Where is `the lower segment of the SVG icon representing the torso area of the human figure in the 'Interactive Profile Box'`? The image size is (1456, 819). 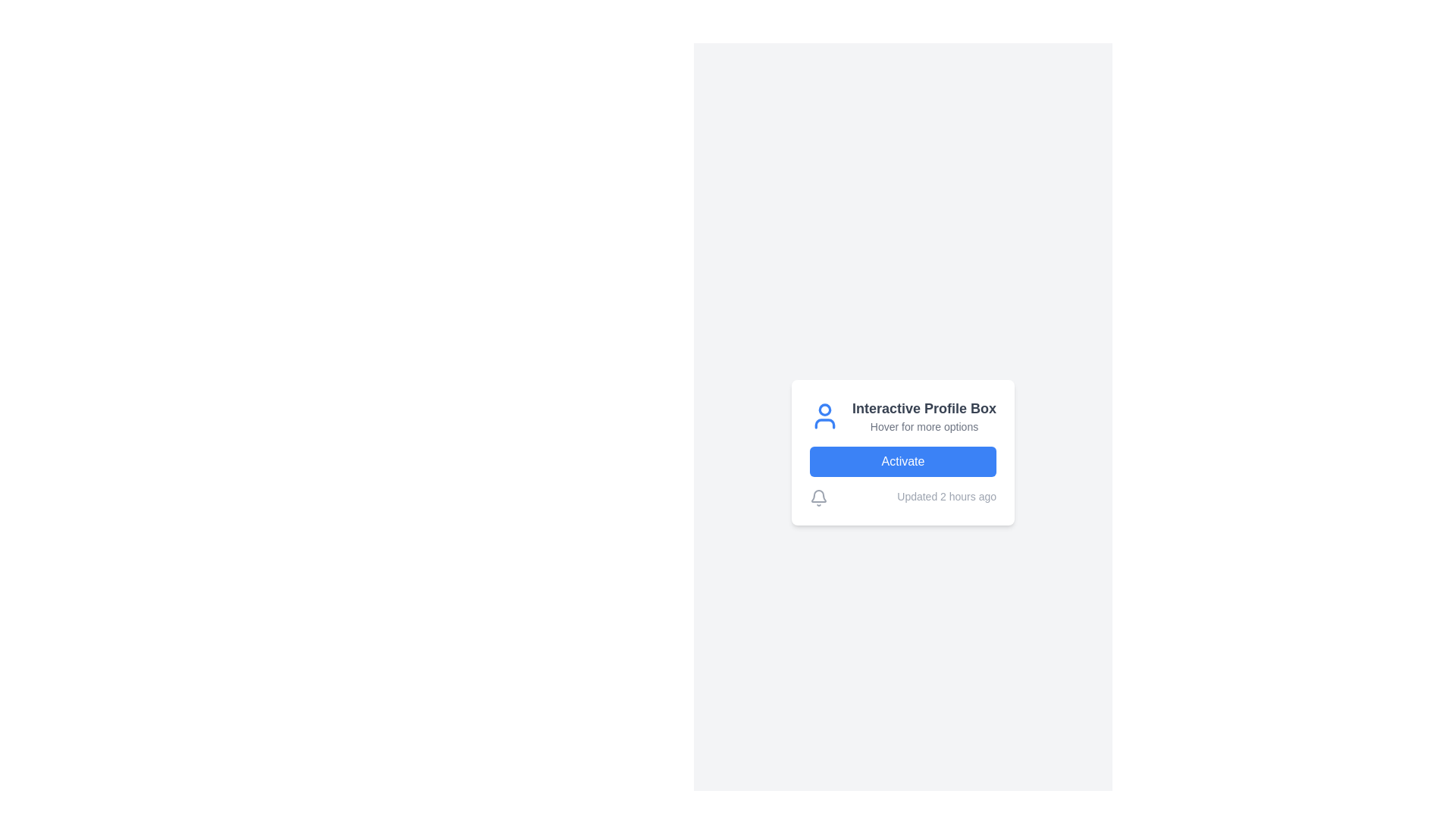
the lower segment of the SVG icon representing the torso area of the human figure in the 'Interactive Profile Box' is located at coordinates (824, 424).